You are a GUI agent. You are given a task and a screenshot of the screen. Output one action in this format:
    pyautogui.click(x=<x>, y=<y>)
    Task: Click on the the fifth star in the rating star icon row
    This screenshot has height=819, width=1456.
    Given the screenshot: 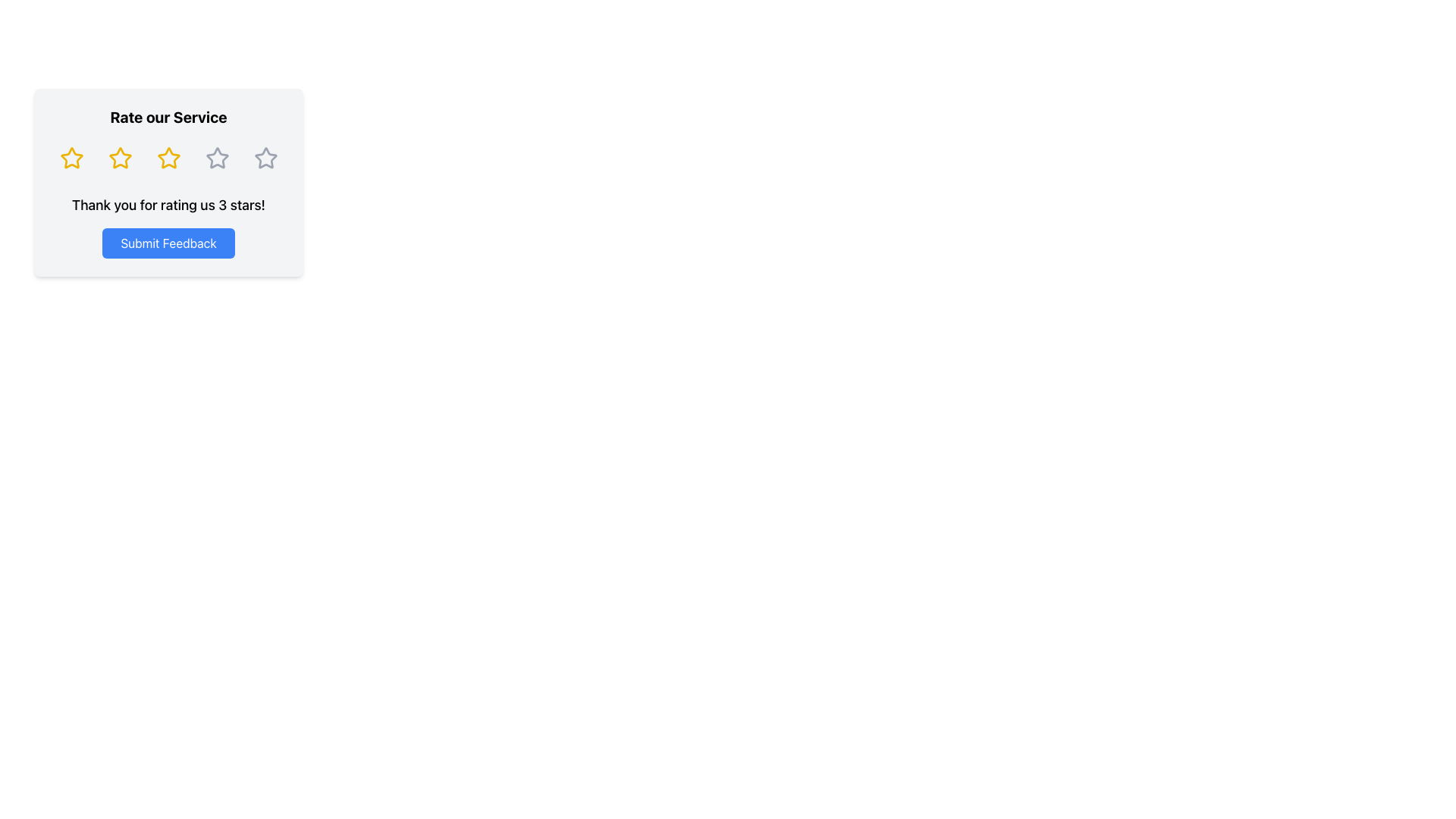 What is the action you would take?
    pyautogui.click(x=265, y=158)
    